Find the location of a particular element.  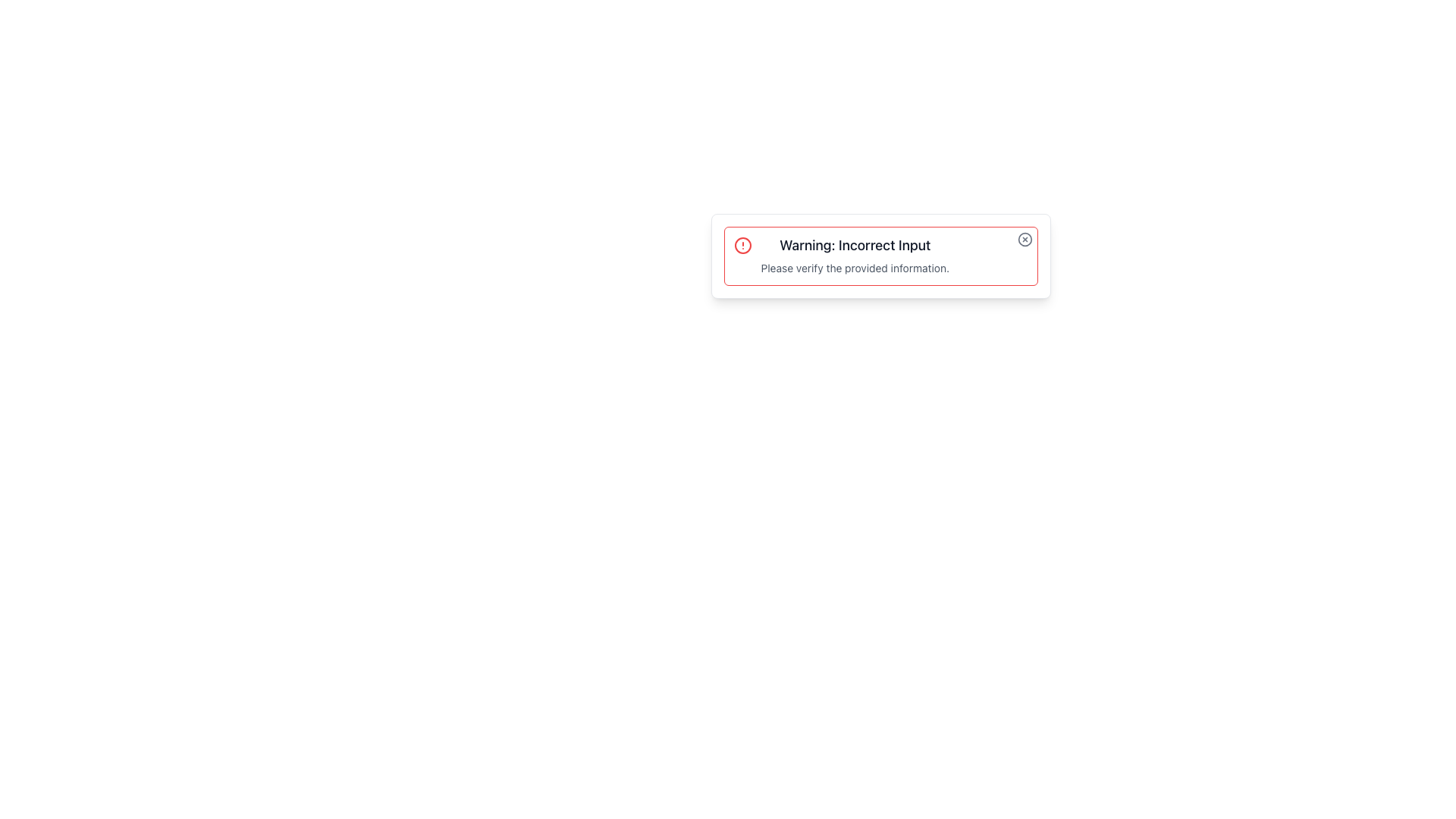

warning message displayed in the warning box, located to the right of the warning icon and above the dismiss button icon is located at coordinates (855, 256).